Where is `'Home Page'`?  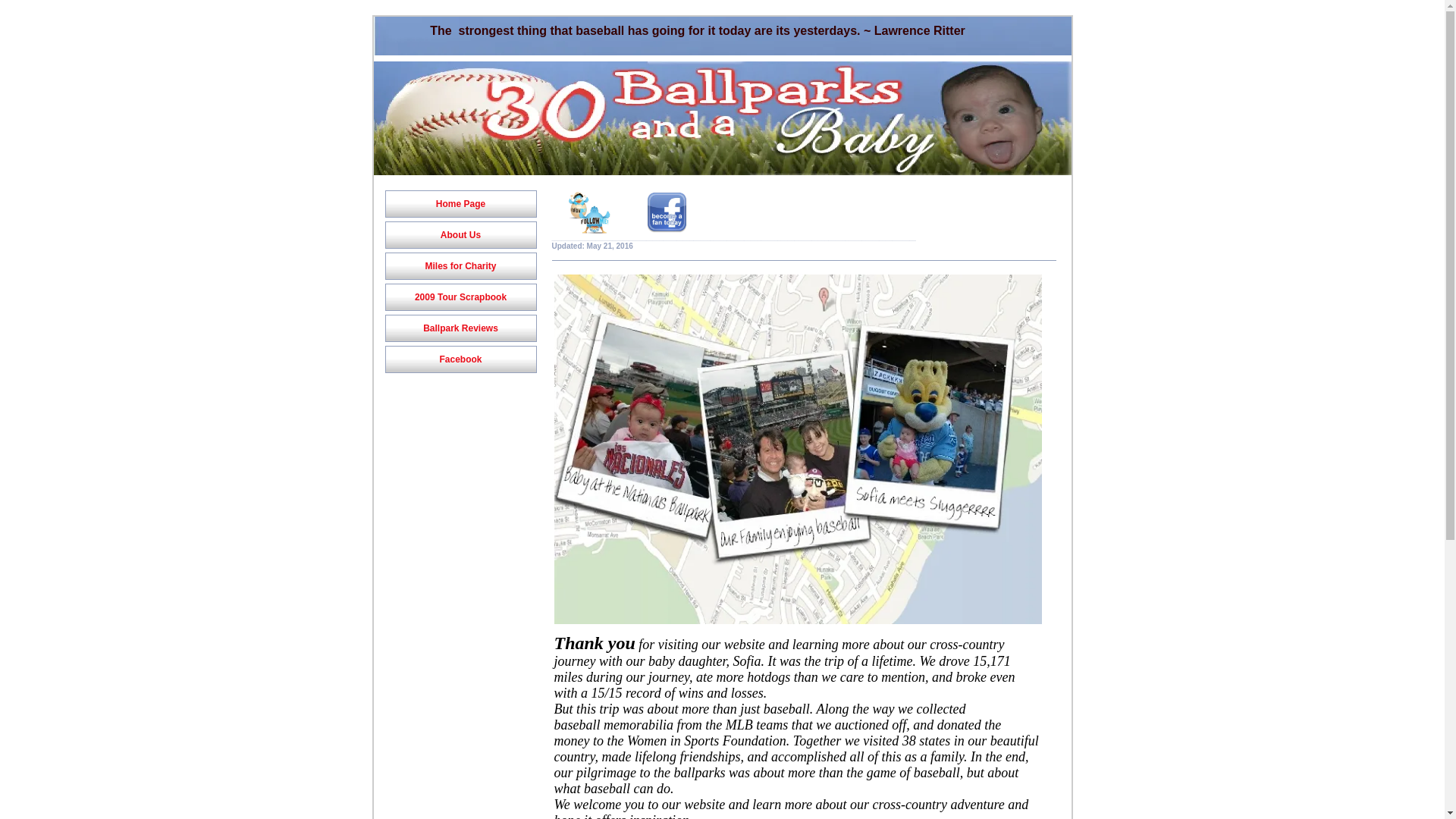 'Home Page' is located at coordinates (385, 203).